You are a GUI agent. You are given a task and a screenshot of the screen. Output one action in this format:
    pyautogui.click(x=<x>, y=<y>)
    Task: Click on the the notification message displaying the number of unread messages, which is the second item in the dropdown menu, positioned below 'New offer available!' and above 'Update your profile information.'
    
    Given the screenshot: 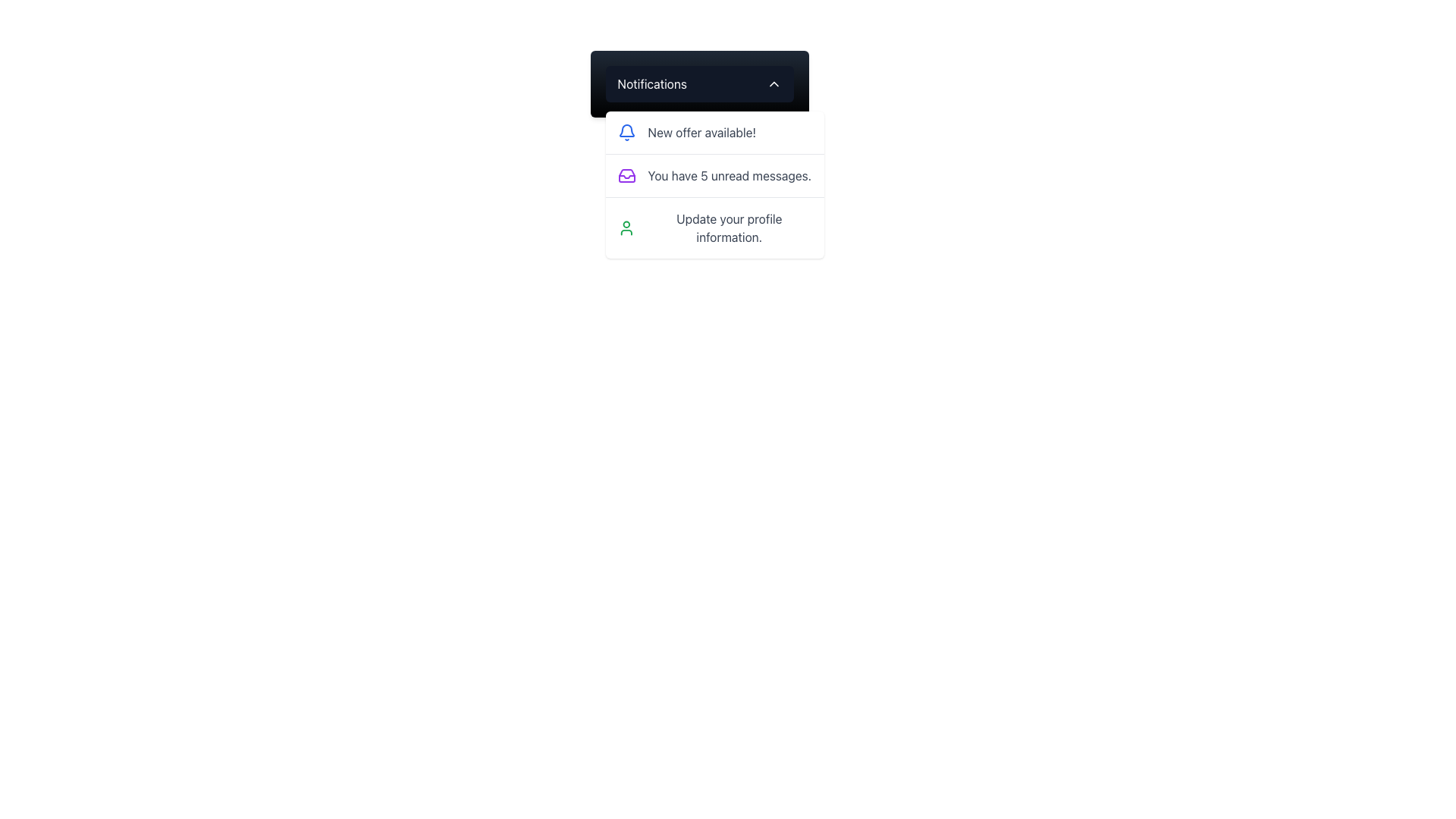 What is the action you would take?
    pyautogui.click(x=714, y=174)
    